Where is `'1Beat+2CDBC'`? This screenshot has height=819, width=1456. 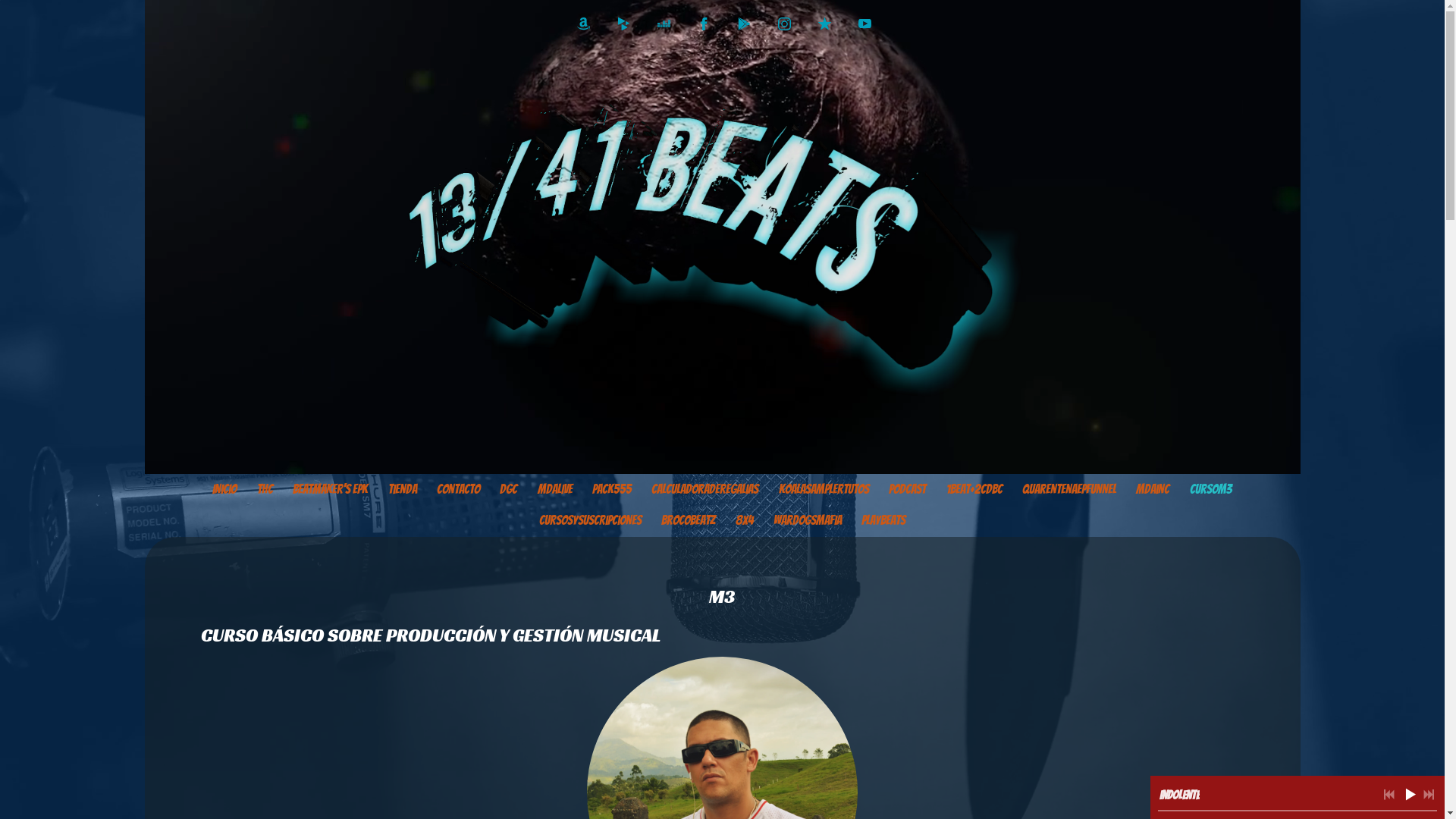
'1Beat+2CDBC' is located at coordinates (973, 489).